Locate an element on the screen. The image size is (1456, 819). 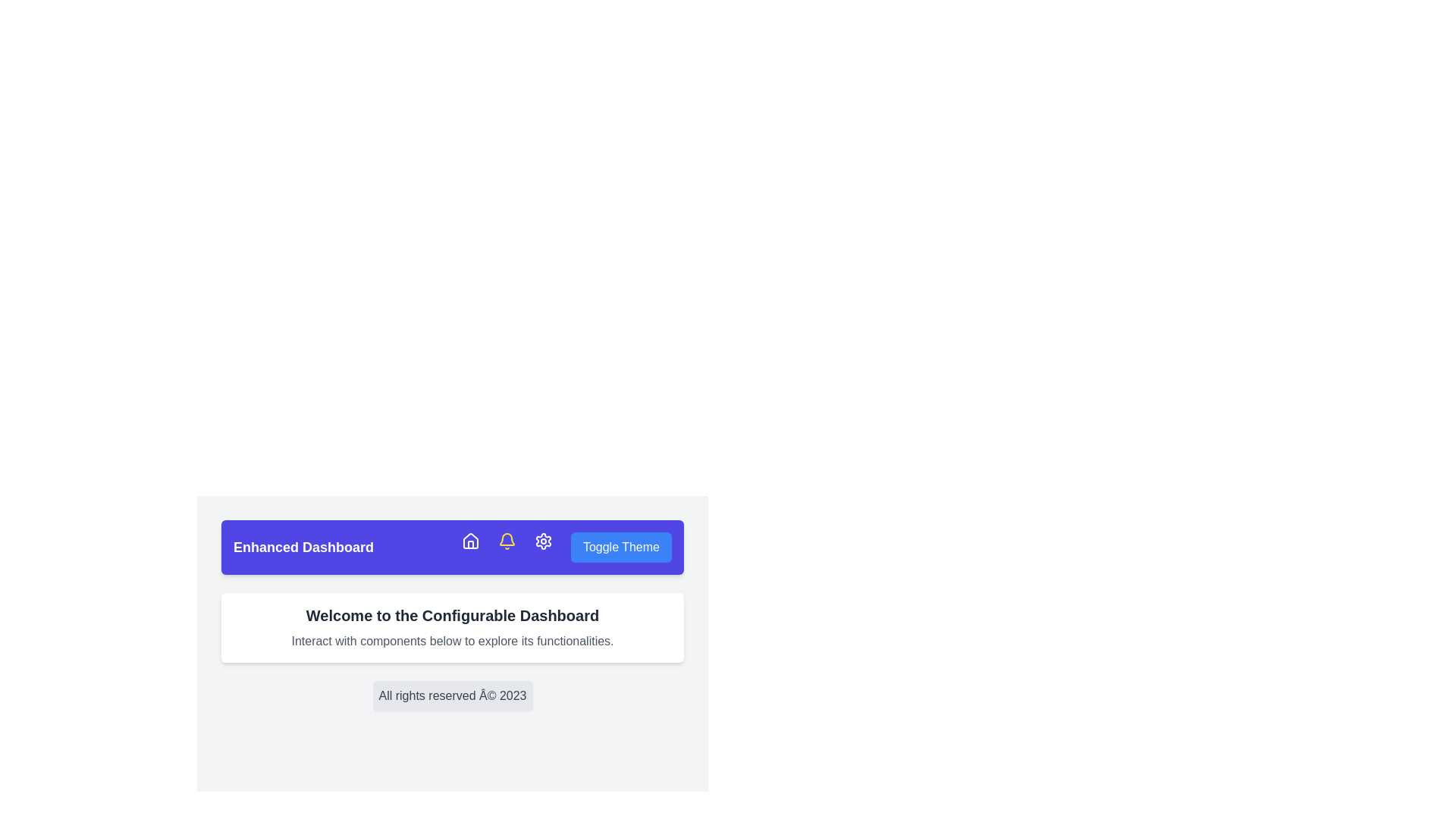
the bell icon located in the top center navigation bar to trigger a tooltip or animation is located at coordinates (507, 540).